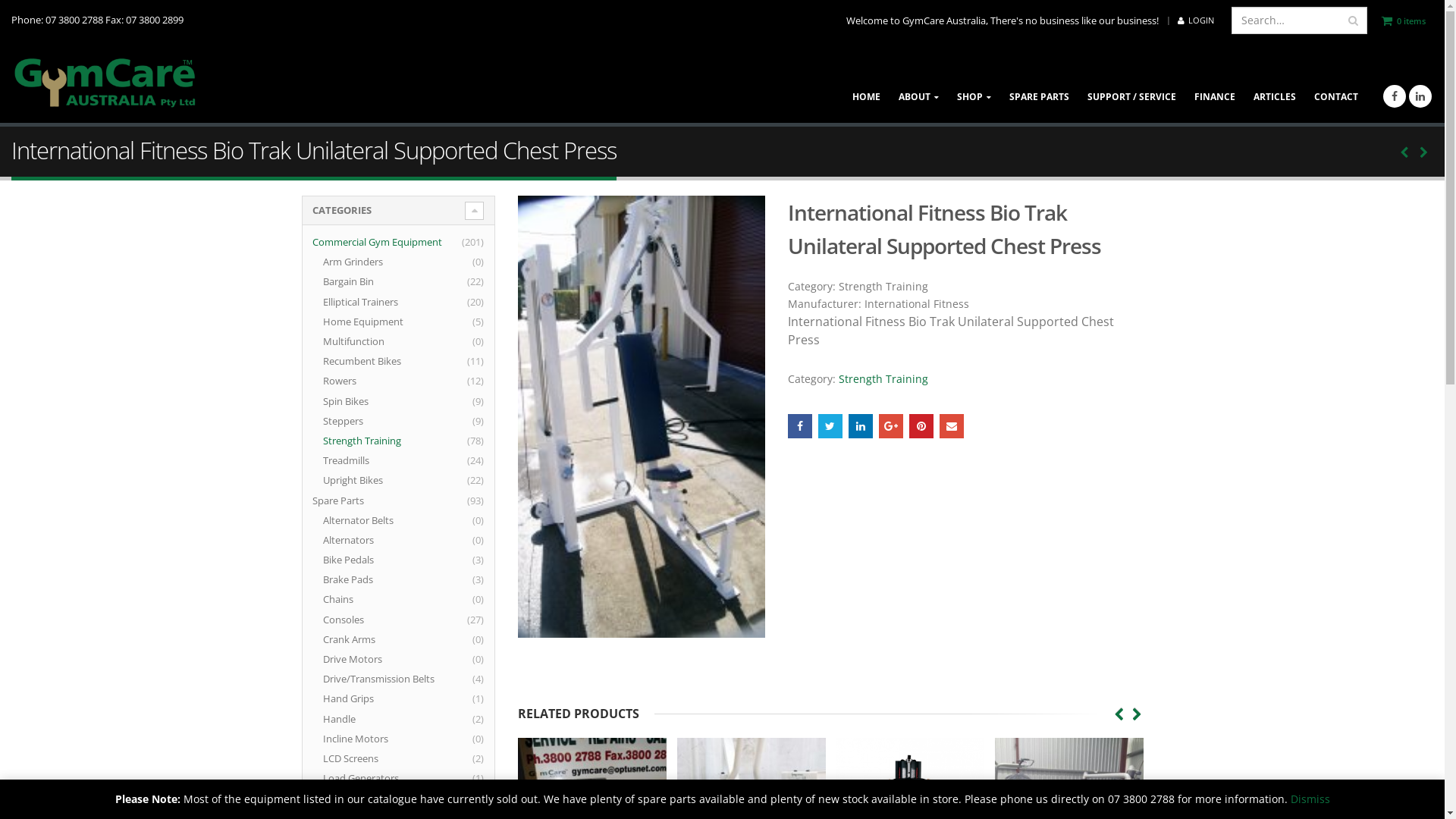 This screenshot has width=1456, height=819. What do you see at coordinates (370, 778) in the screenshot?
I see `'Load Generators'` at bounding box center [370, 778].